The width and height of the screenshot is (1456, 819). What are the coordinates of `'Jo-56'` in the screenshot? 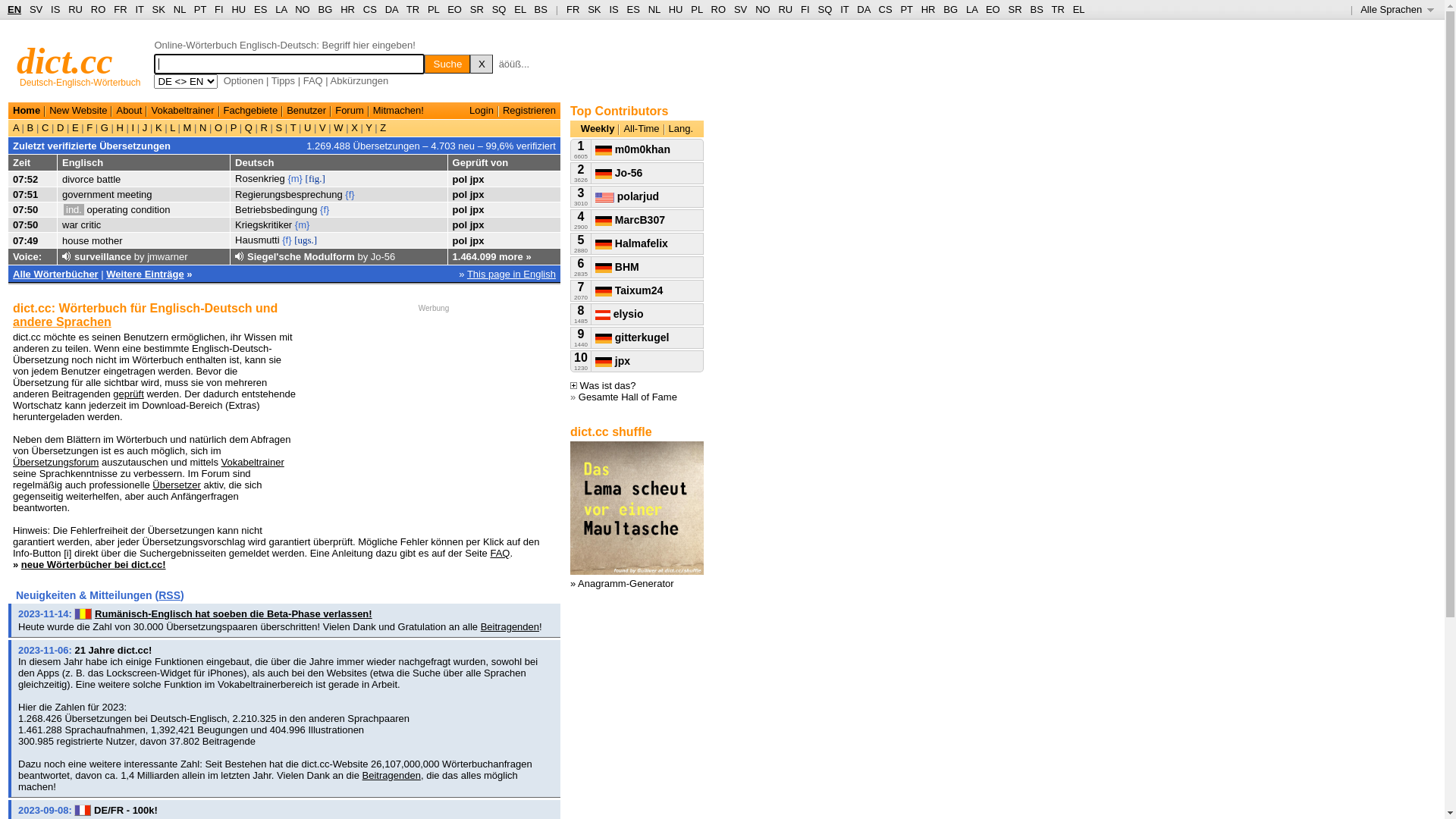 It's located at (383, 256).